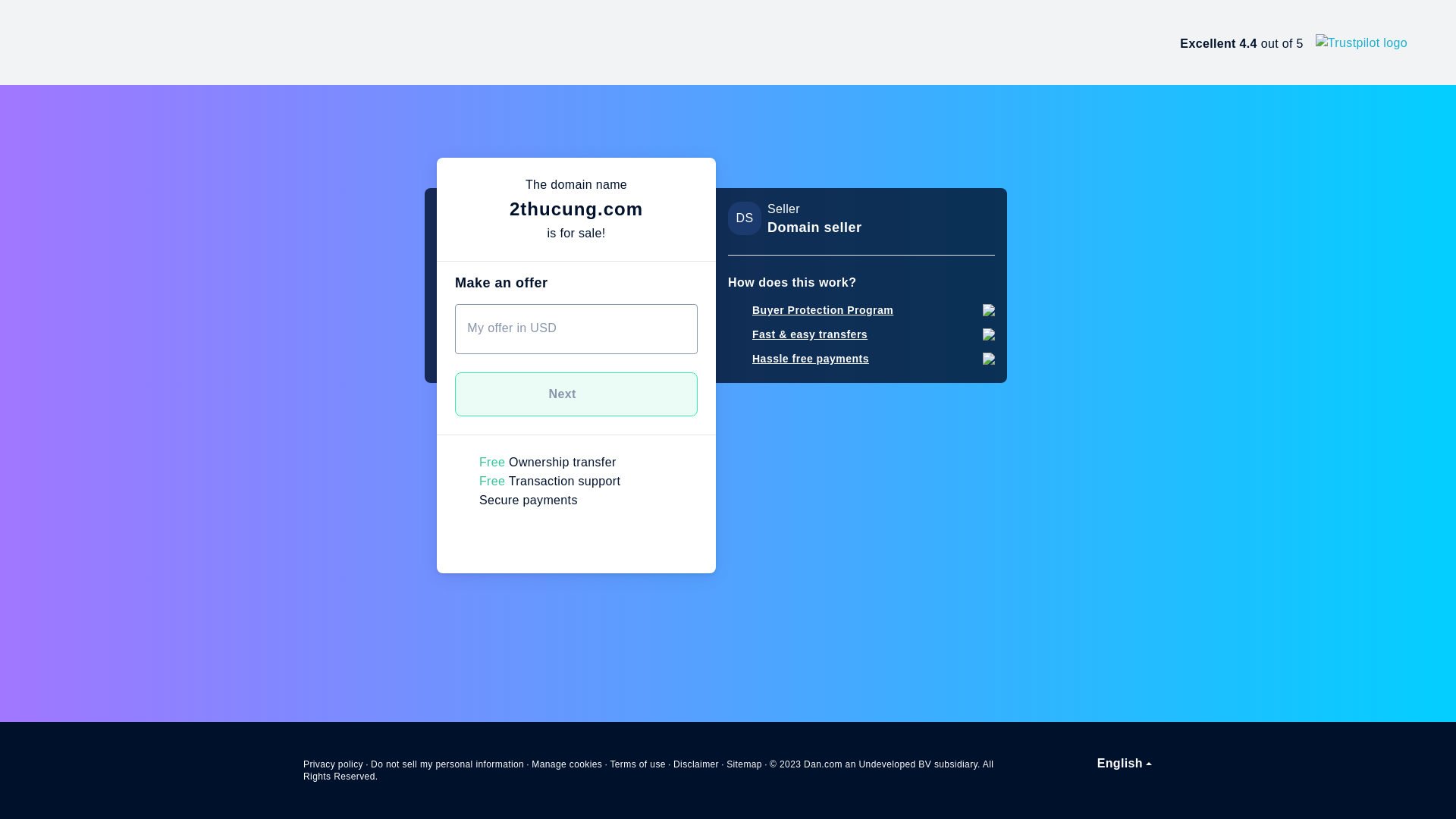  I want to click on 'Next, so click(575, 394).